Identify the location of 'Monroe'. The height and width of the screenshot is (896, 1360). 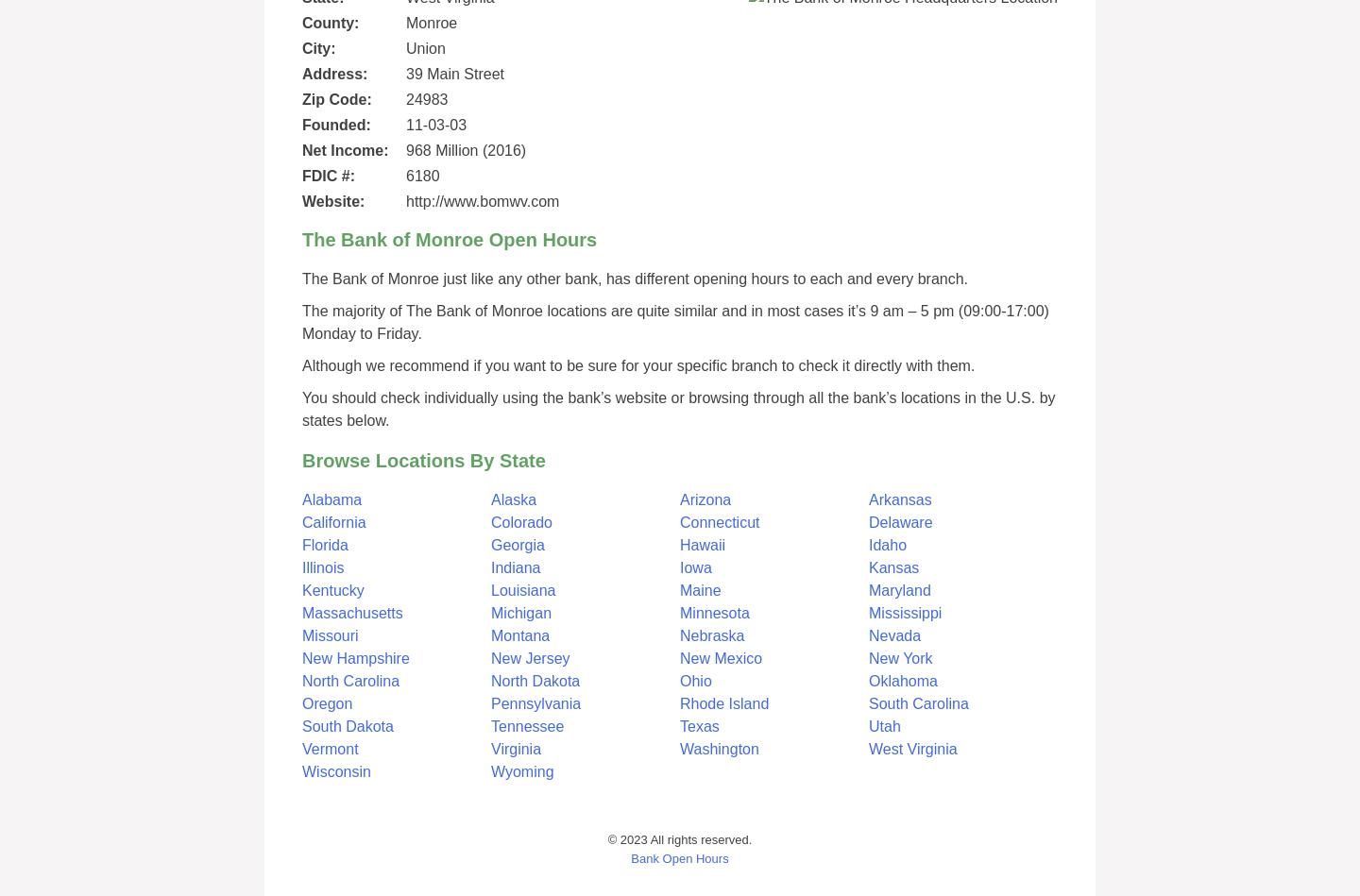
(405, 23).